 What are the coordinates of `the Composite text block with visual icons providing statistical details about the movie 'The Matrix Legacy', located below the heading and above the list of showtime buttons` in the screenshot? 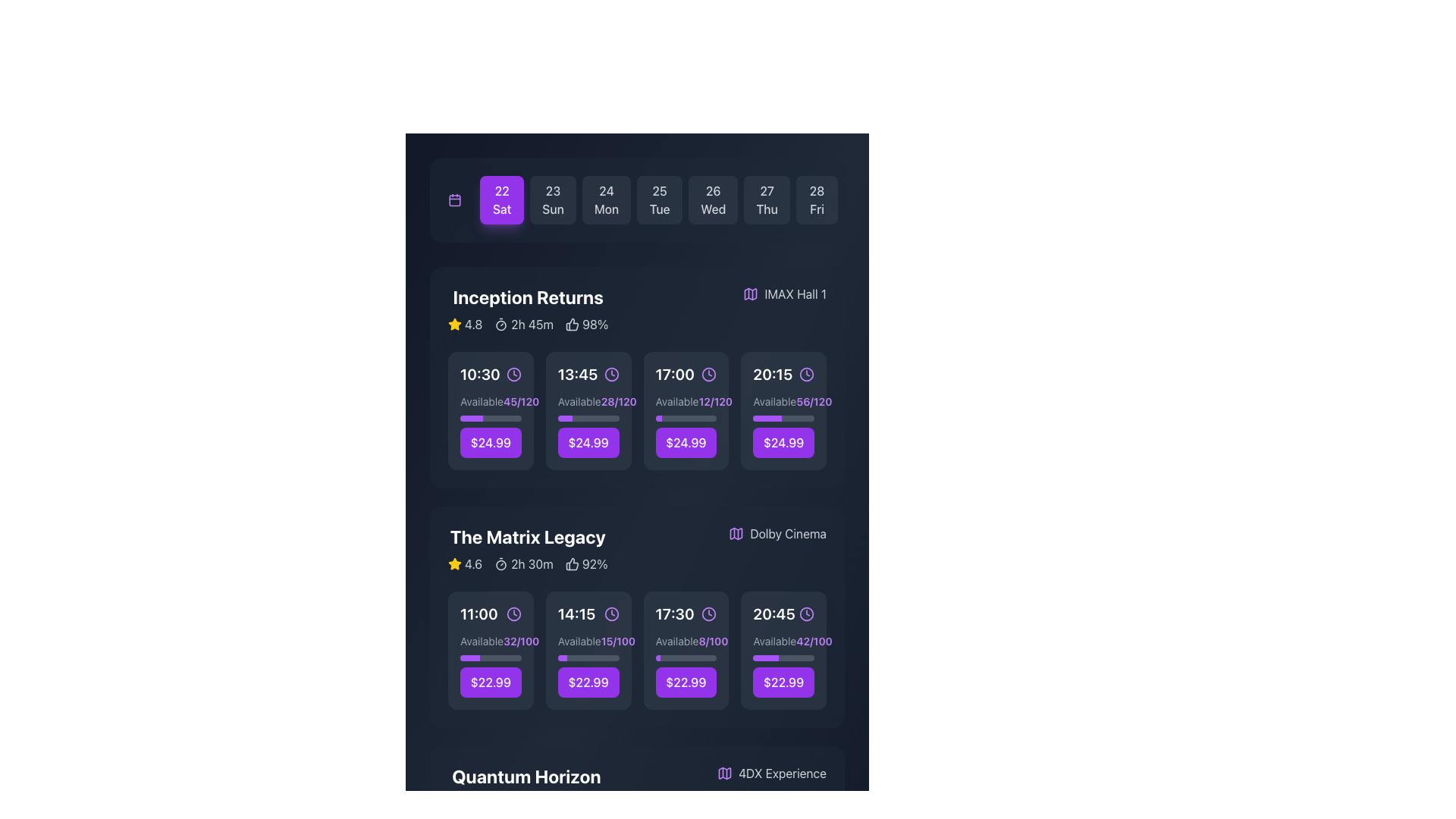 It's located at (528, 564).